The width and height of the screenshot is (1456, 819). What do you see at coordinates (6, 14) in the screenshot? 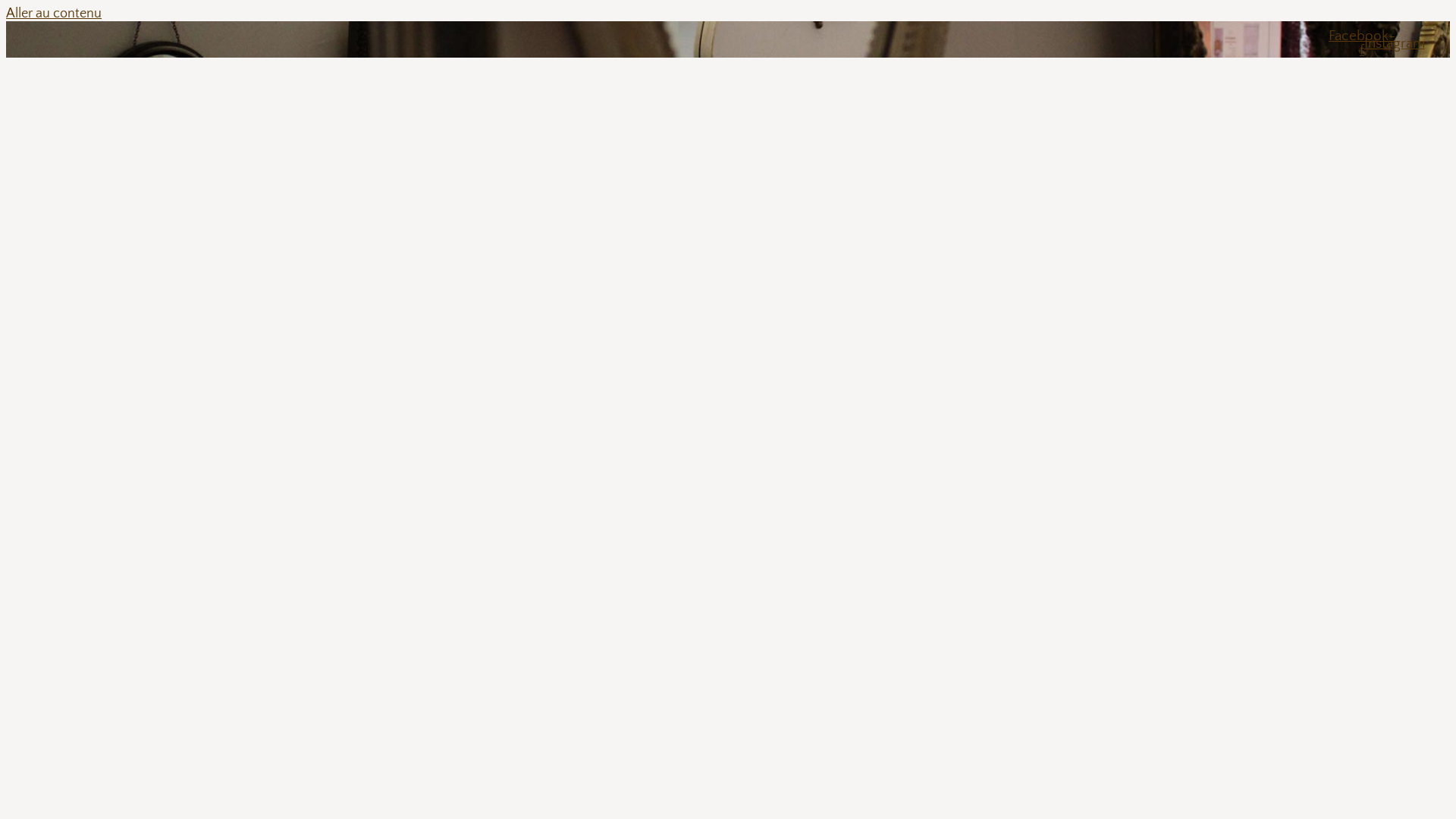
I see `'Aller au contenu'` at bounding box center [6, 14].